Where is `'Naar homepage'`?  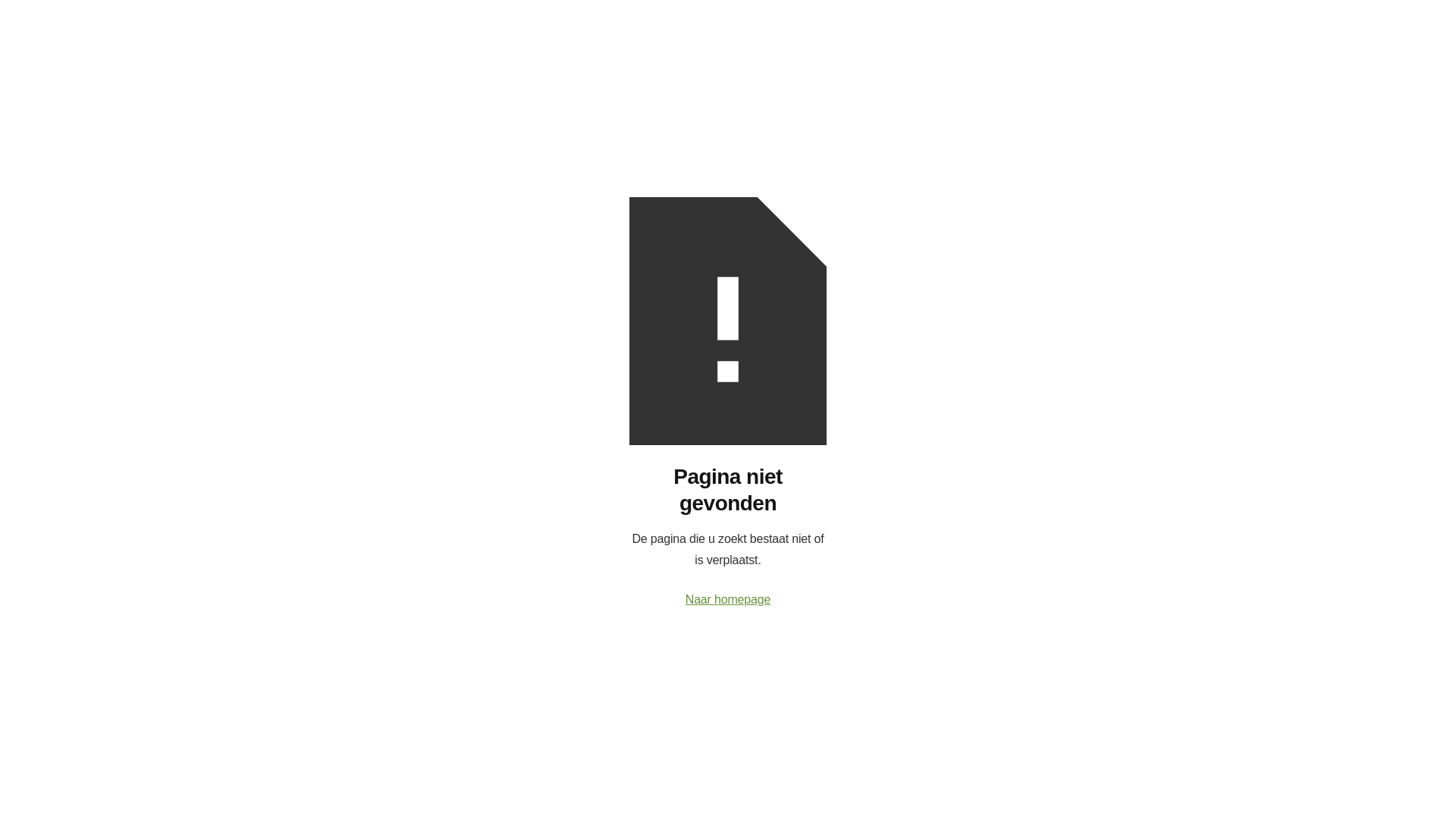 'Naar homepage' is located at coordinates (728, 598).